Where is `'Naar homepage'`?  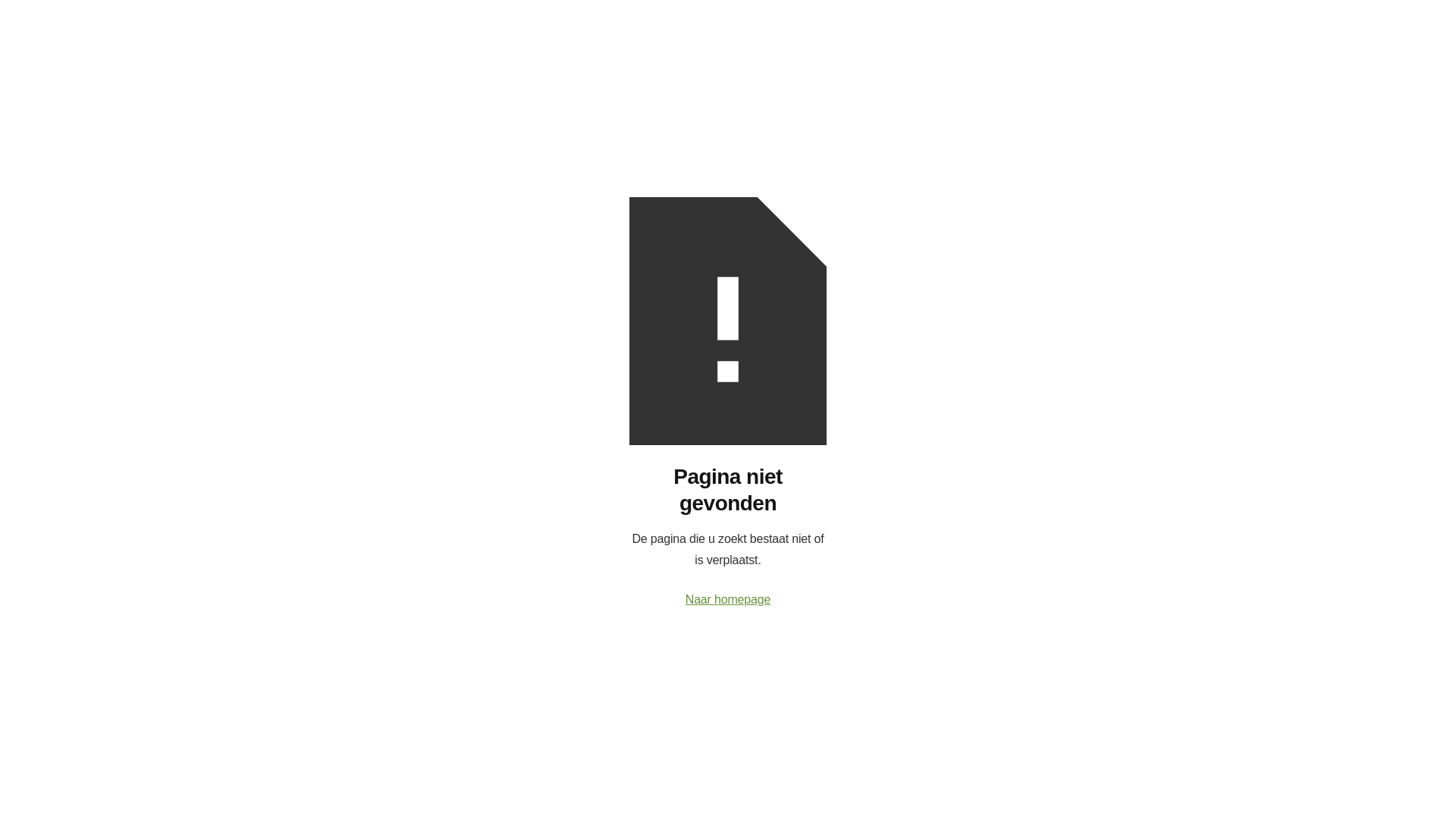 'Naar homepage' is located at coordinates (728, 598).